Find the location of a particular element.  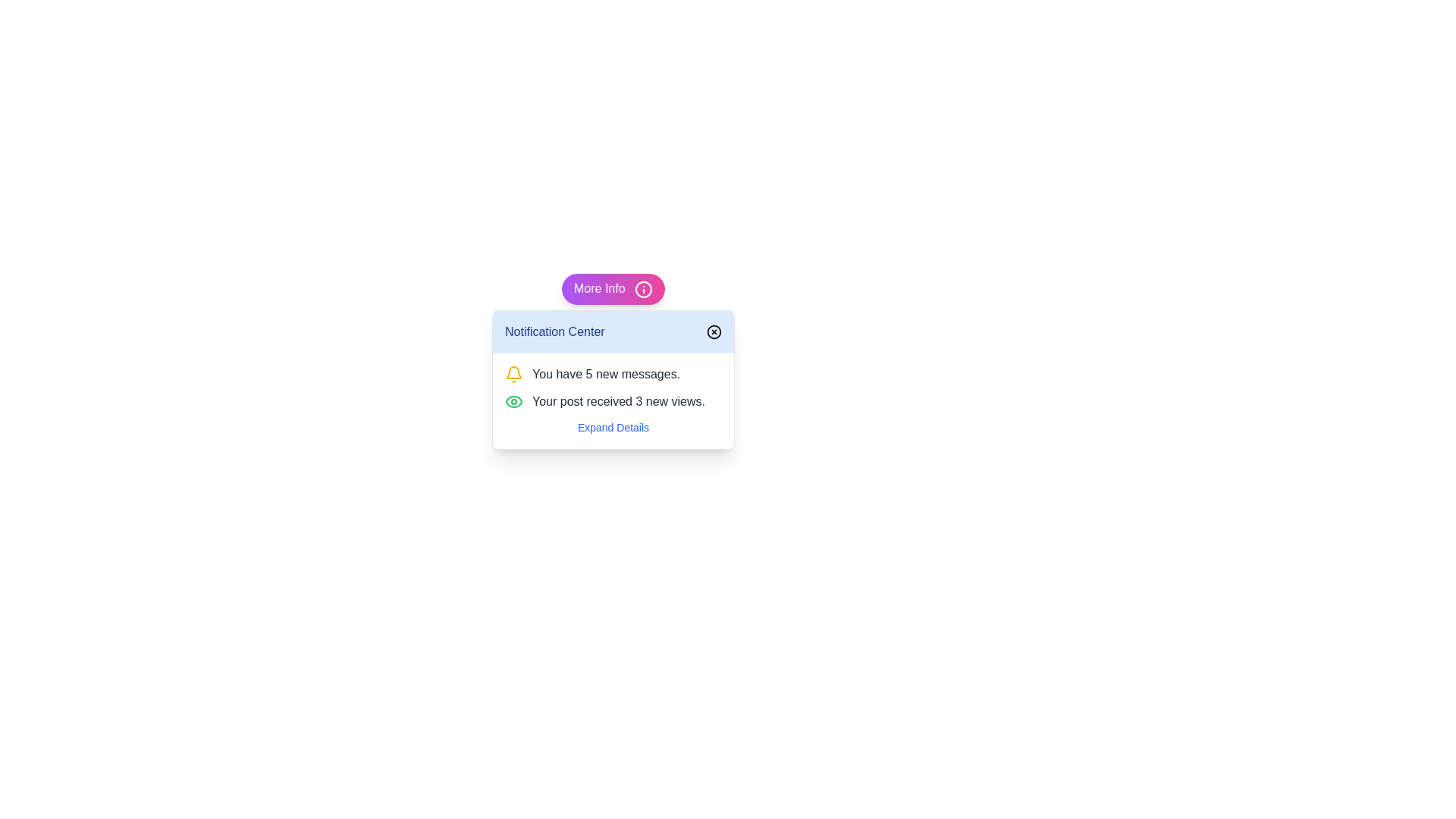

the Vector graphic icon that serves as a visual indicator for notifications, located in the top section of the notification pop-up interface, above the text title 'Notification Center' is located at coordinates (513, 372).